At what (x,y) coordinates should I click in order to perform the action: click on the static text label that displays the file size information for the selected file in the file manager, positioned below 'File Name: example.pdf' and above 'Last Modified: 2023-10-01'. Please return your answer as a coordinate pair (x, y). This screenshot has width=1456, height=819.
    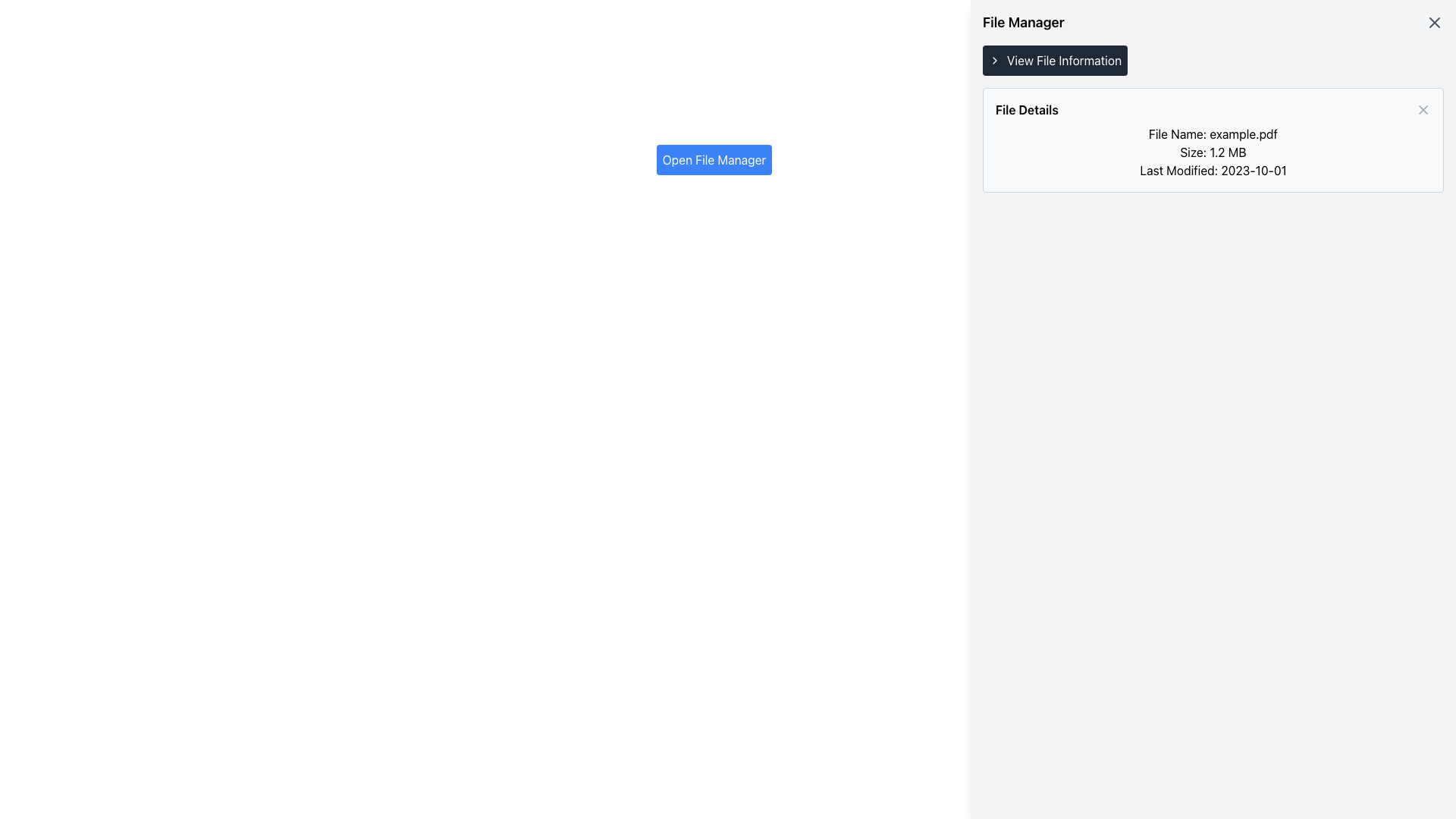
    Looking at the image, I should click on (1212, 152).